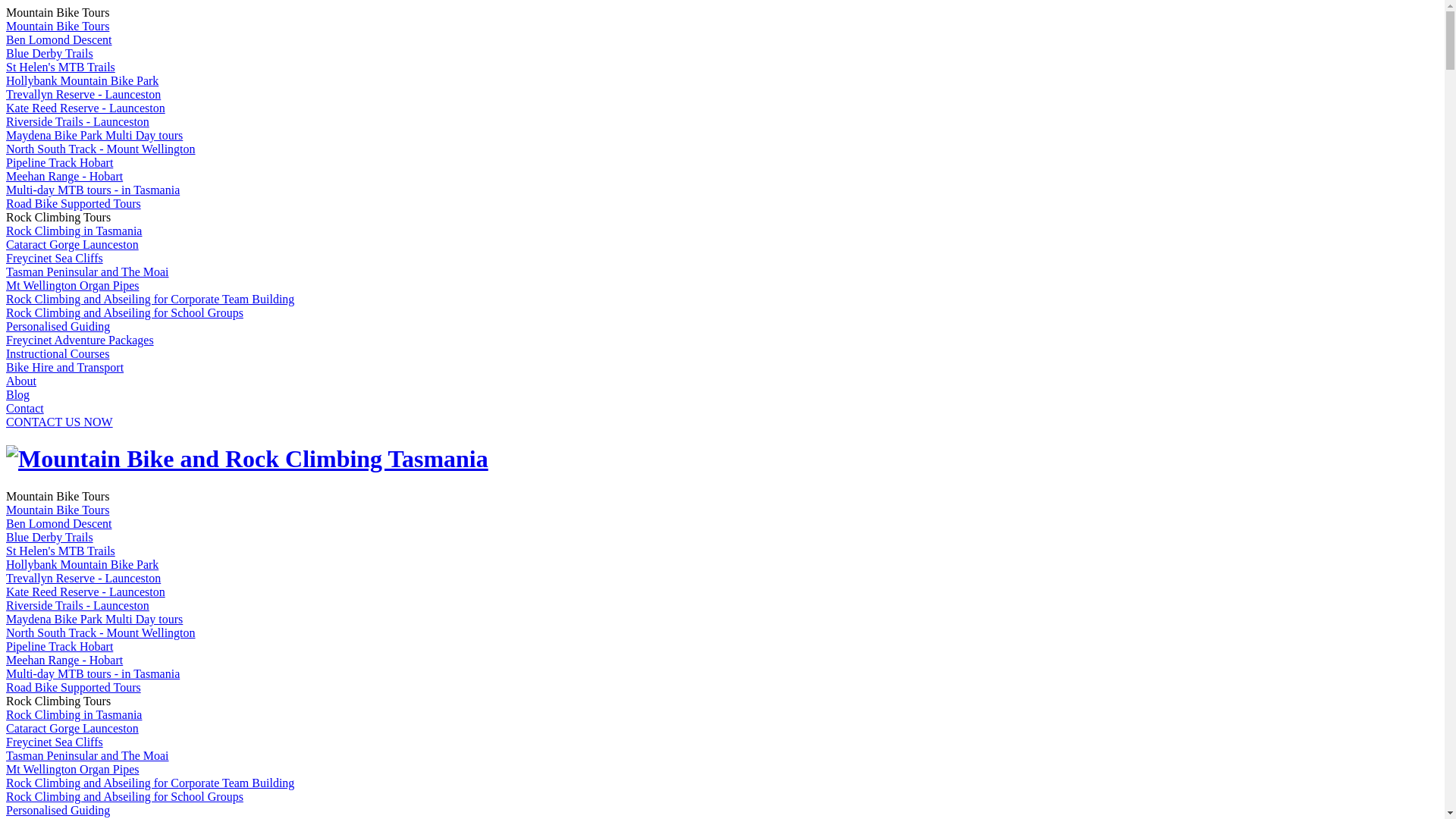 This screenshot has height=819, width=1456. Describe the element at coordinates (6, 107) in the screenshot. I see `'Kate Reed Reserve - Launceston'` at that location.